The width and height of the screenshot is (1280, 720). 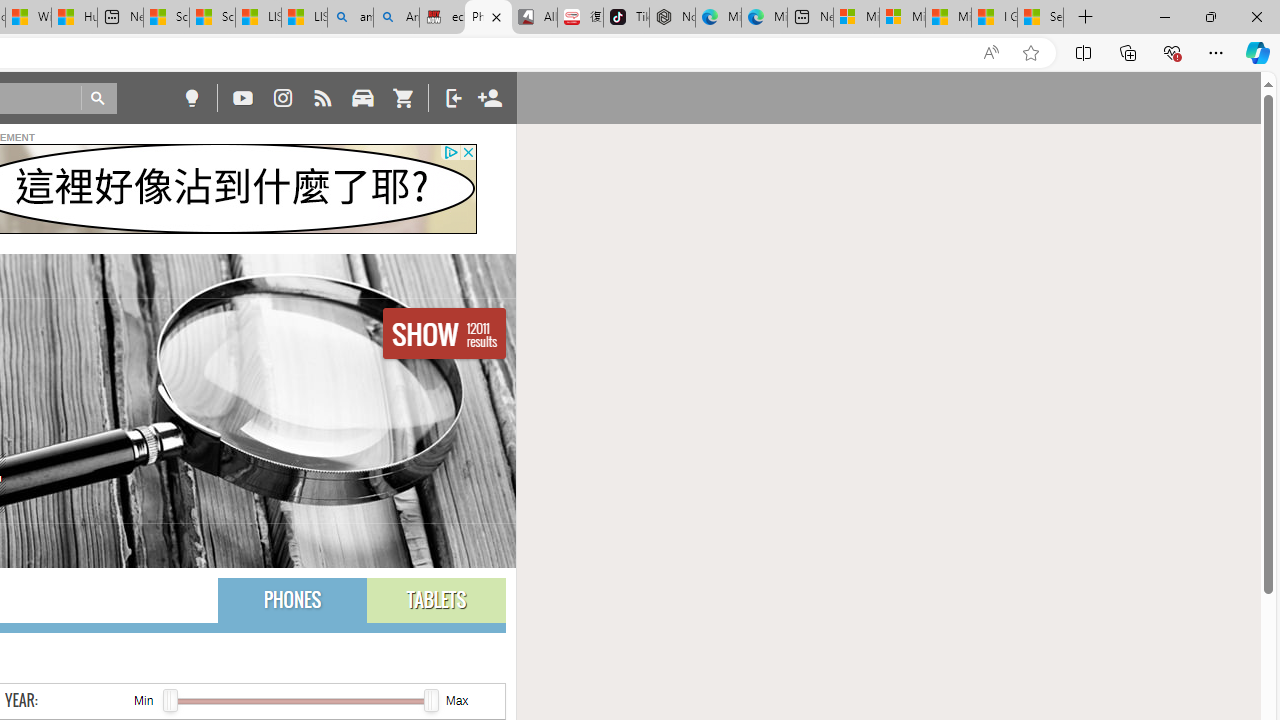 I want to click on 'PHONES', so click(x=291, y=599).